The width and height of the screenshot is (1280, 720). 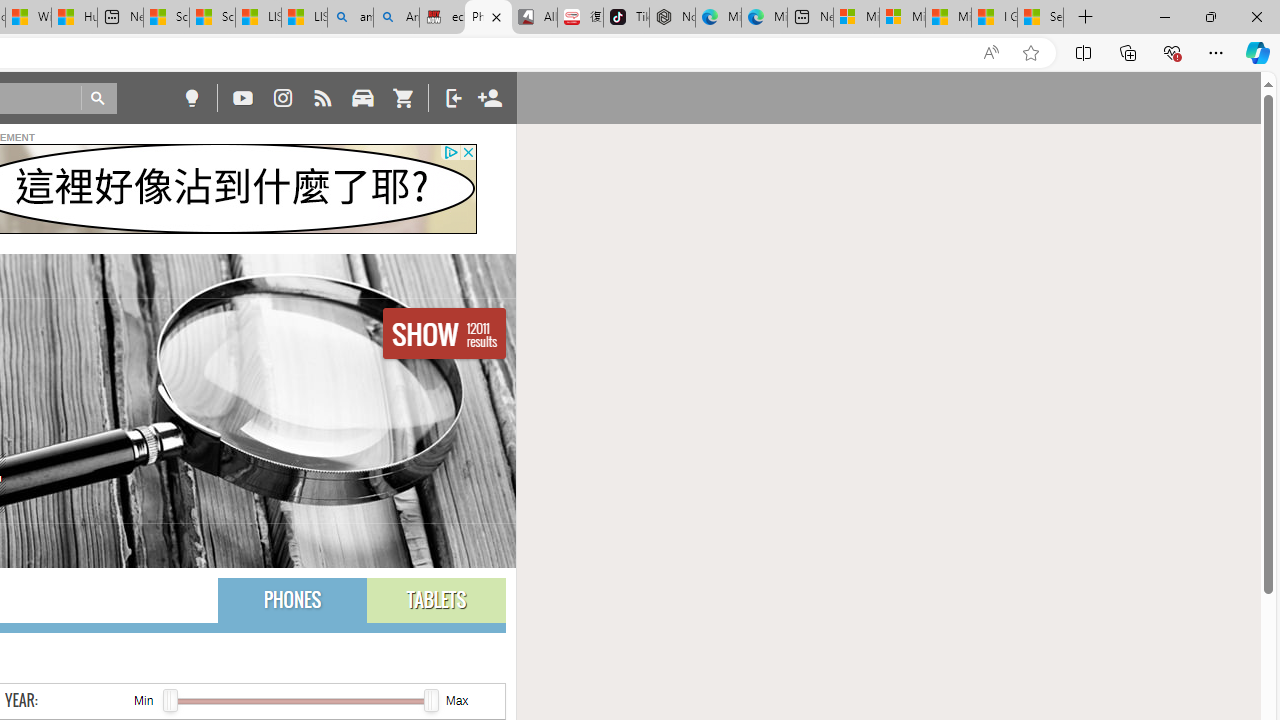 I want to click on 'PHONES', so click(x=291, y=599).